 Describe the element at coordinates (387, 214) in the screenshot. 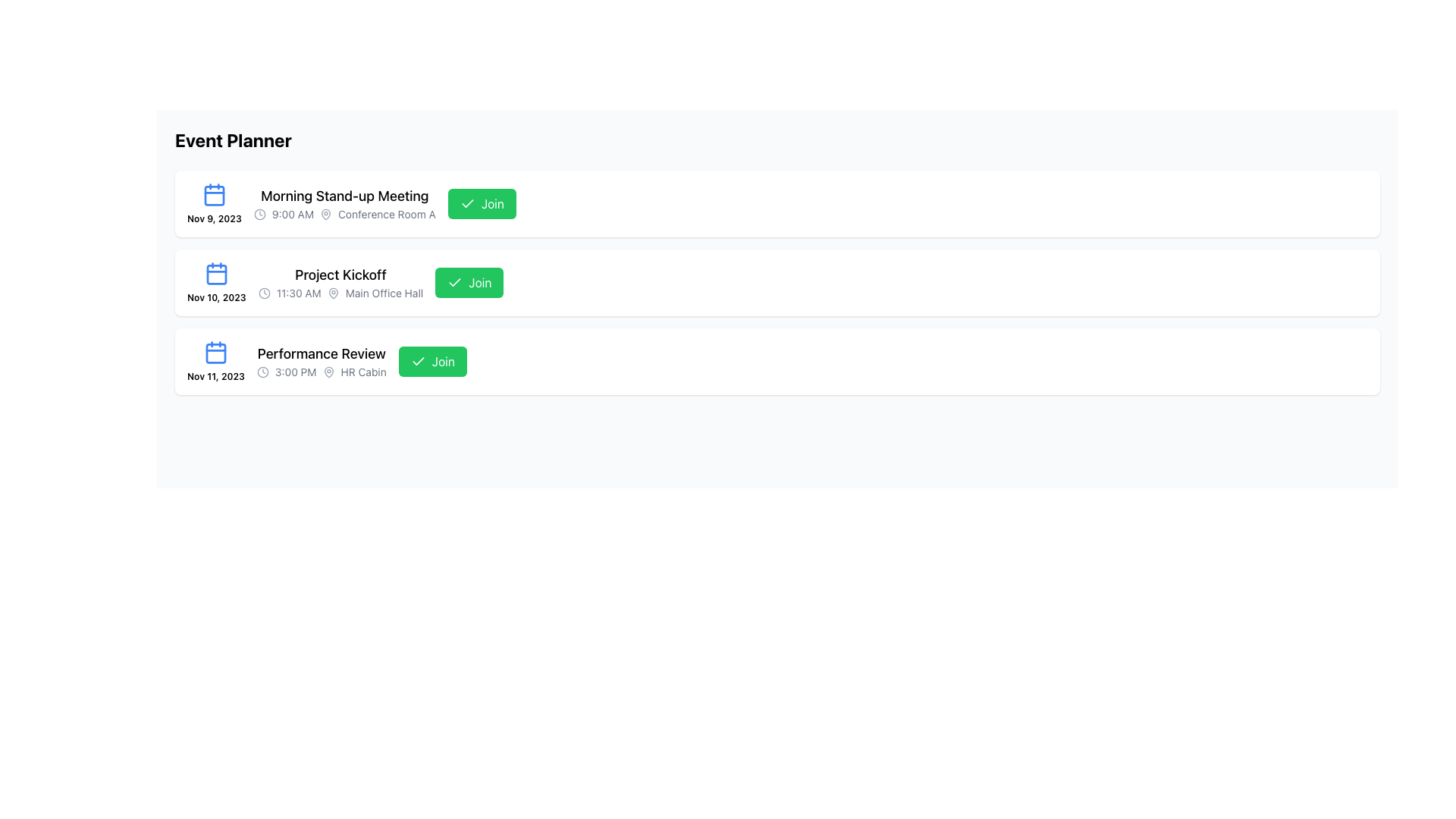

I see `the Static text label that displays 'Conference Room A', which is aligned with a clock icon and a time indicator, located in the first event entry of the vertical list` at that location.